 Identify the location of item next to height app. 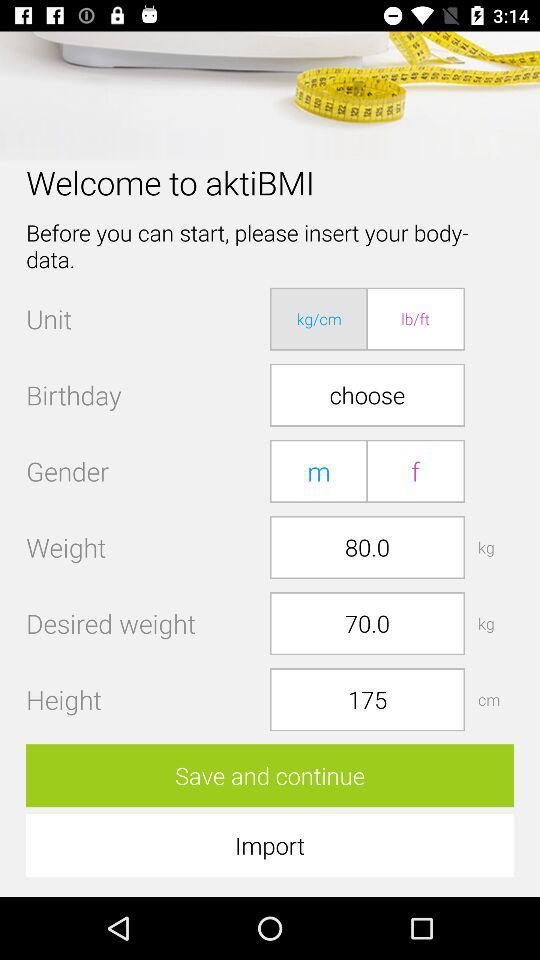
(366, 699).